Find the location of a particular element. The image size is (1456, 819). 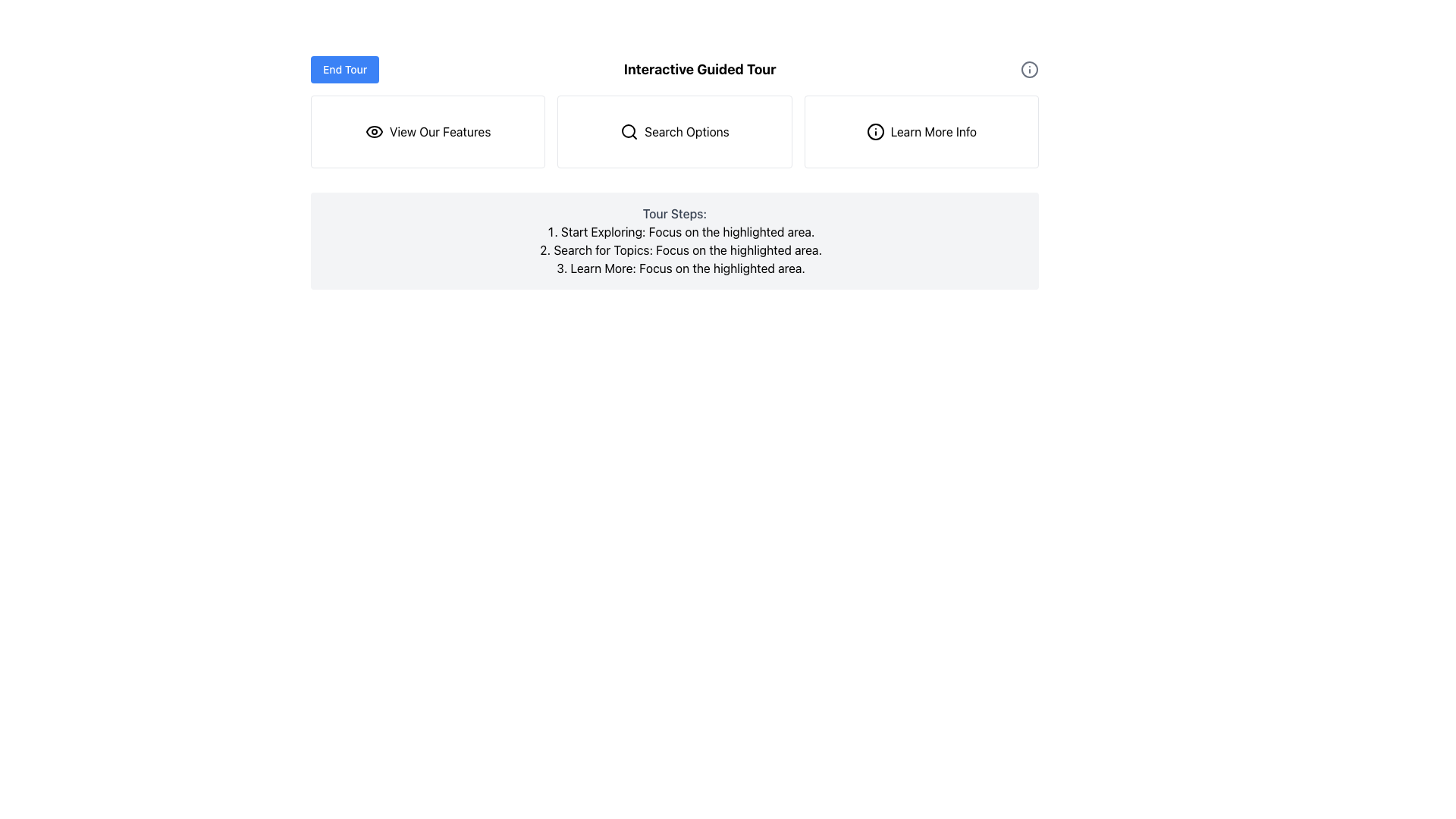

instructional text that is the second item in the numbered list, located centrally in the interface, instructing the user to search for topics is located at coordinates (679, 249).